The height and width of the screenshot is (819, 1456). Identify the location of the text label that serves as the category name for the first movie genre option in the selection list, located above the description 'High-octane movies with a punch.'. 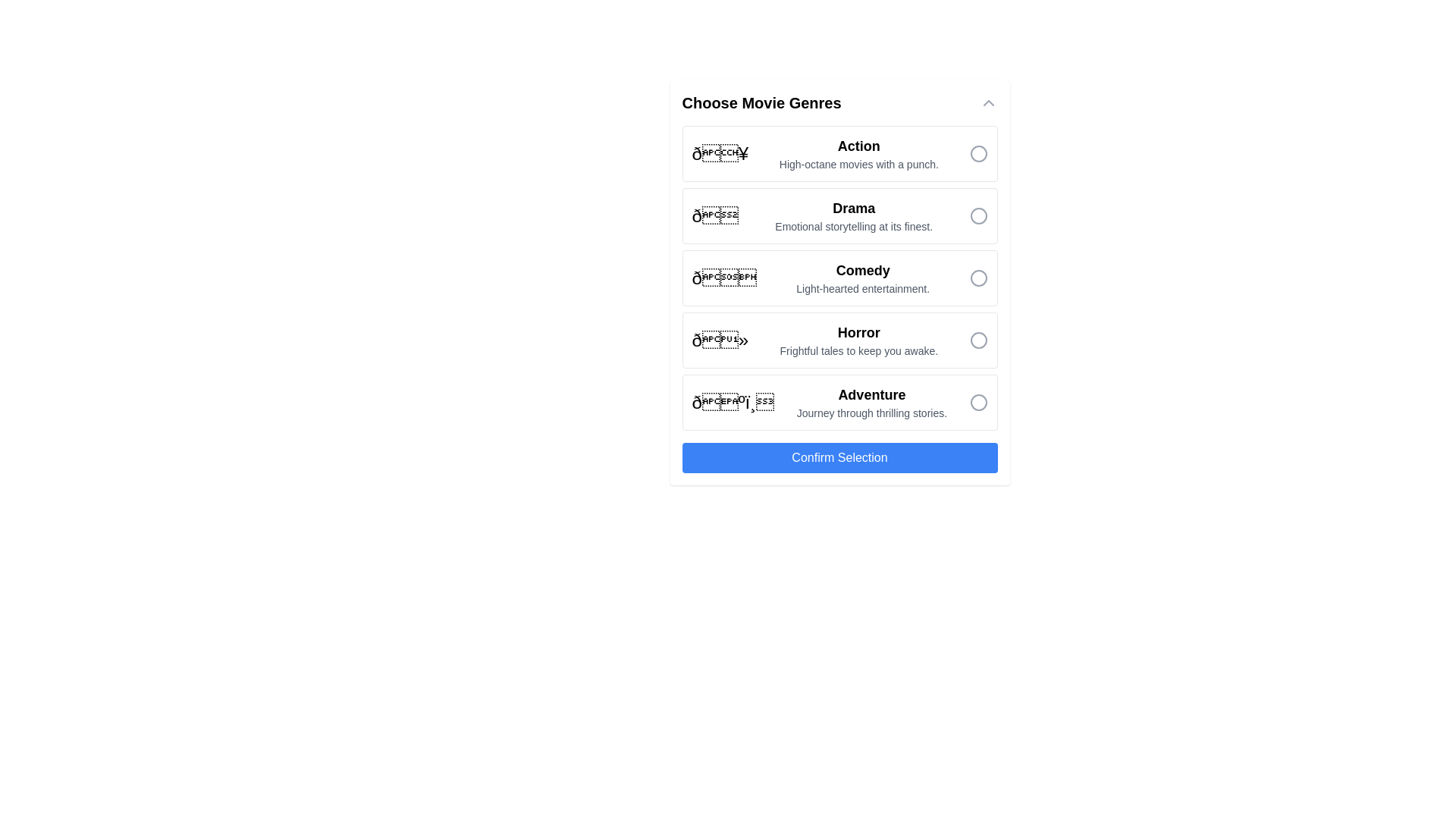
(858, 146).